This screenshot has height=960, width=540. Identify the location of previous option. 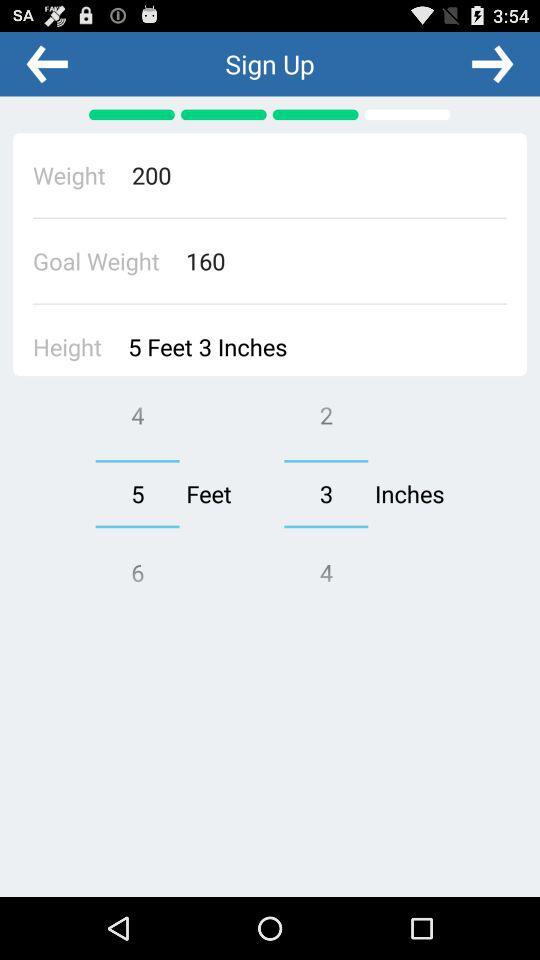
(47, 63).